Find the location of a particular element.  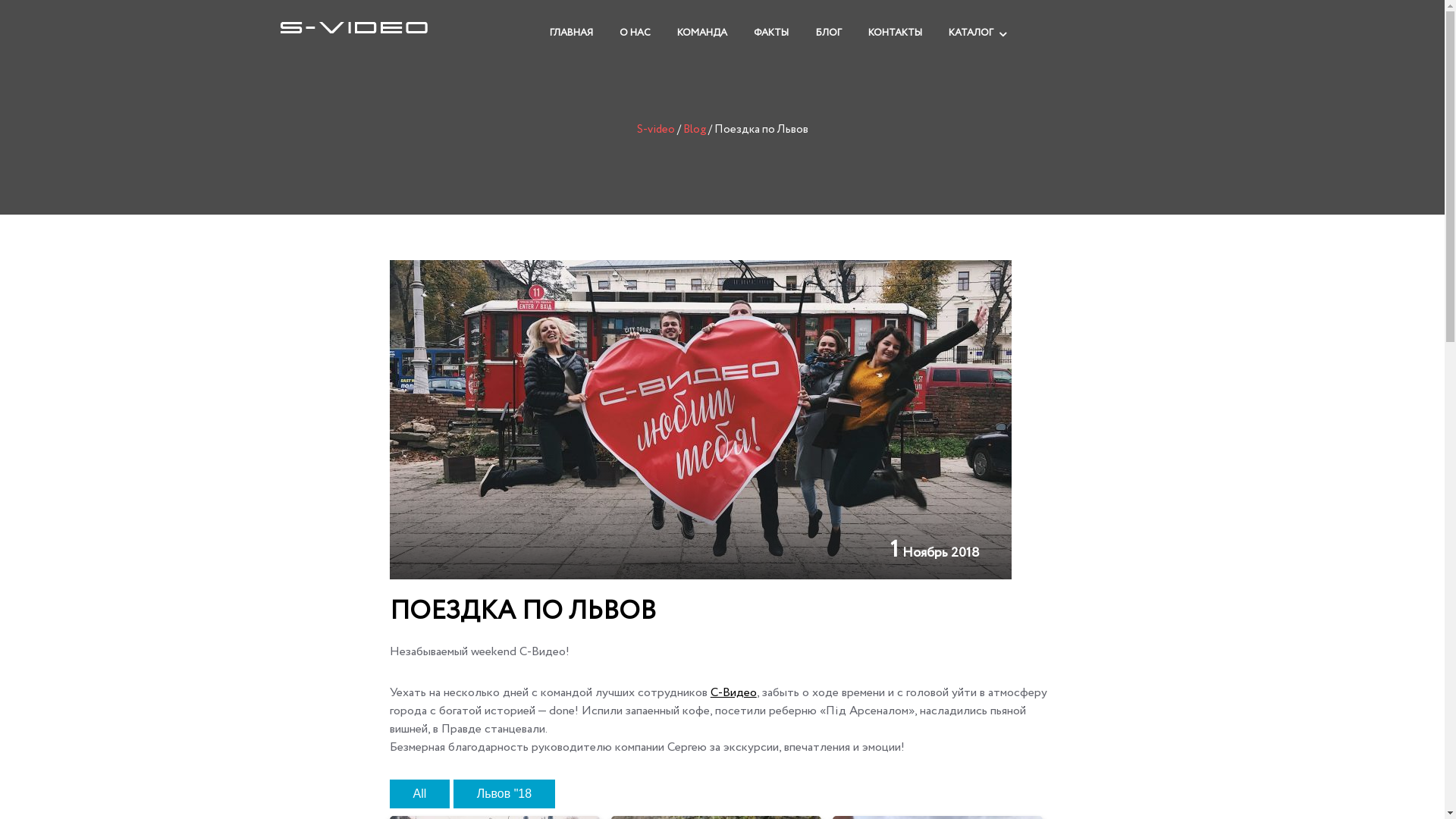

'All' is located at coordinates (389, 792).